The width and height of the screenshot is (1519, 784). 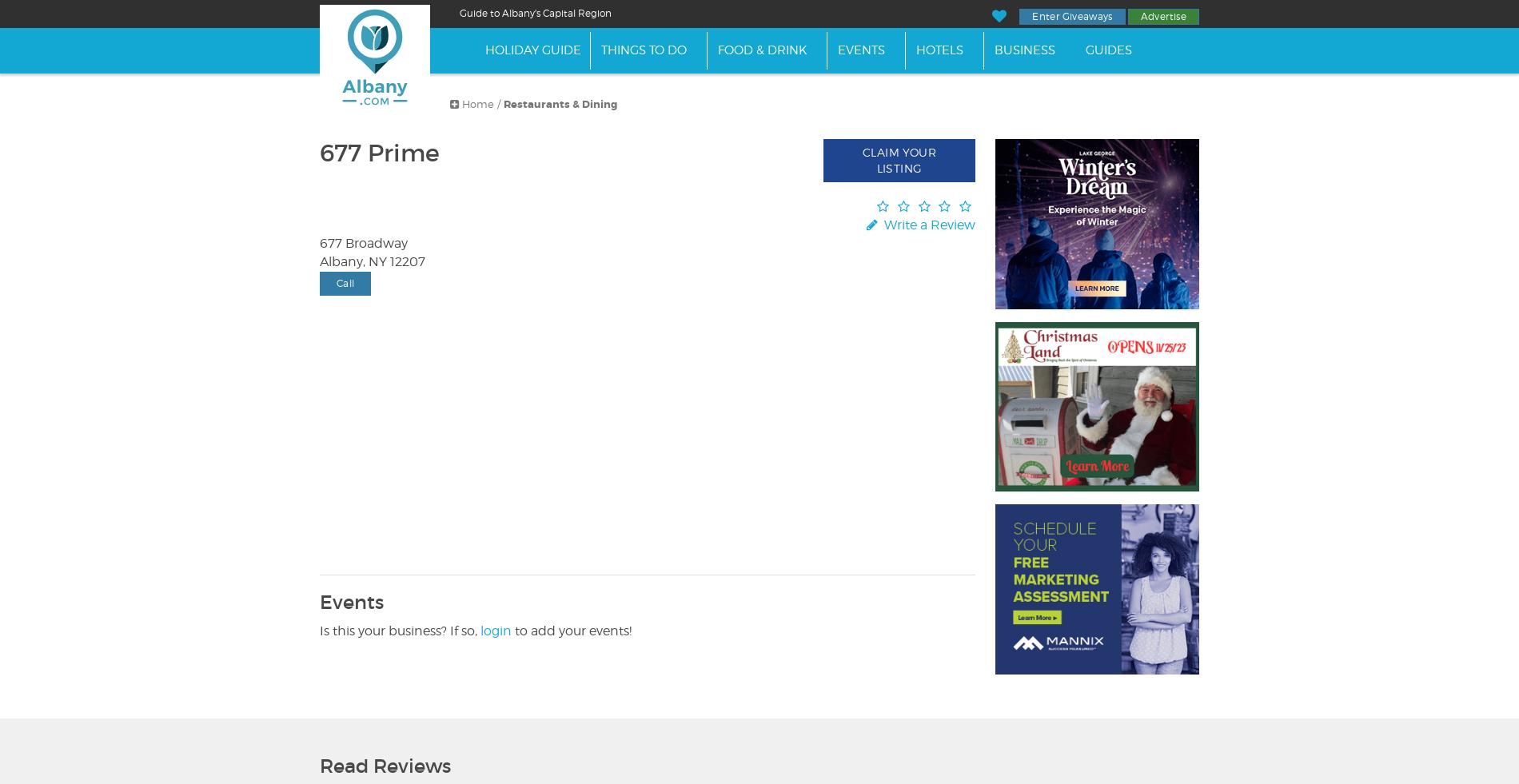 What do you see at coordinates (318, 47) in the screenshot?
I see `'We are thrilled to announce that our highly anticipated Black Friday sale is back!'` at bounding box center [318, 47].